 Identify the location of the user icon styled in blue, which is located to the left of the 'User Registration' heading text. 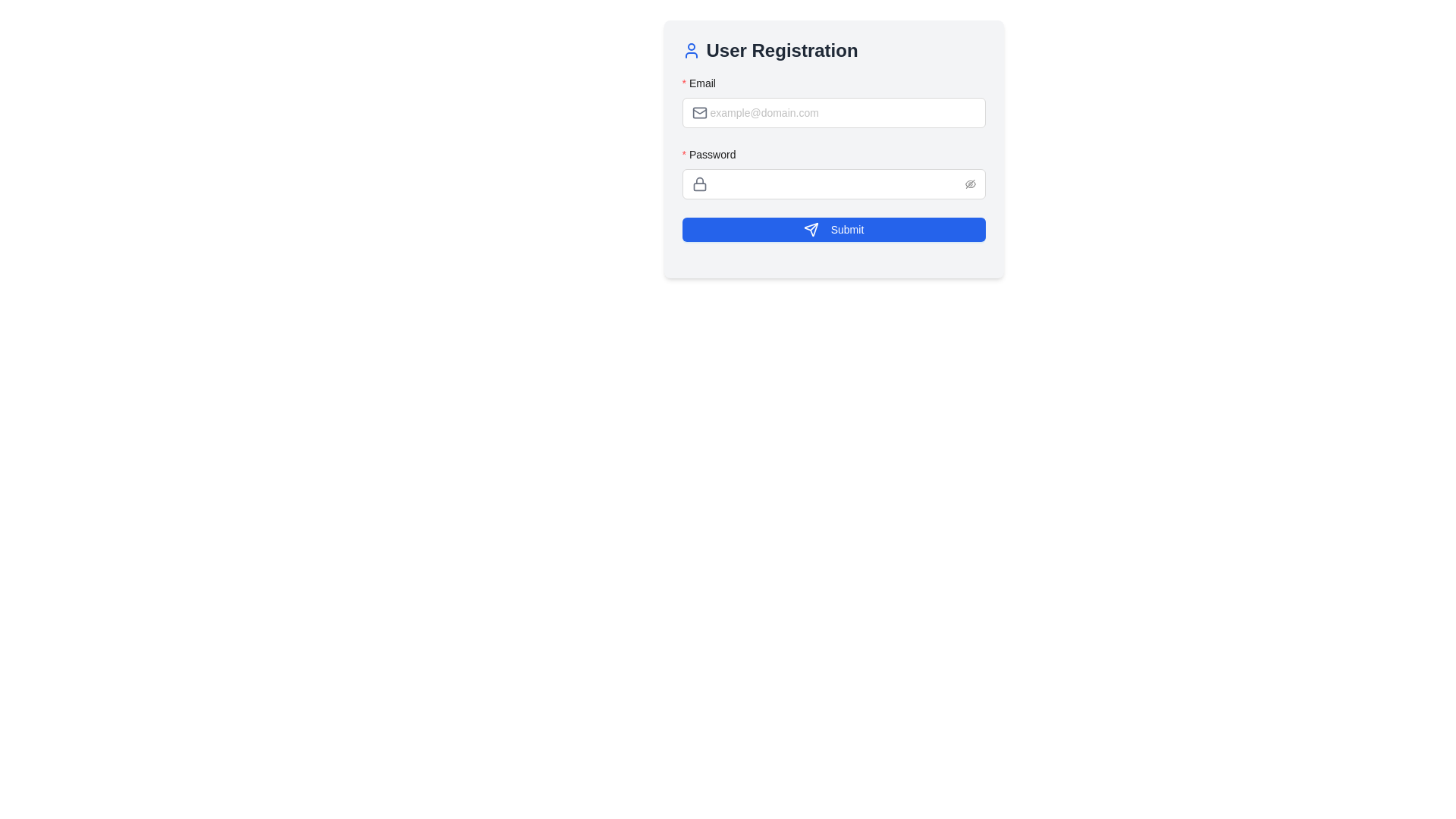
(690, 49).